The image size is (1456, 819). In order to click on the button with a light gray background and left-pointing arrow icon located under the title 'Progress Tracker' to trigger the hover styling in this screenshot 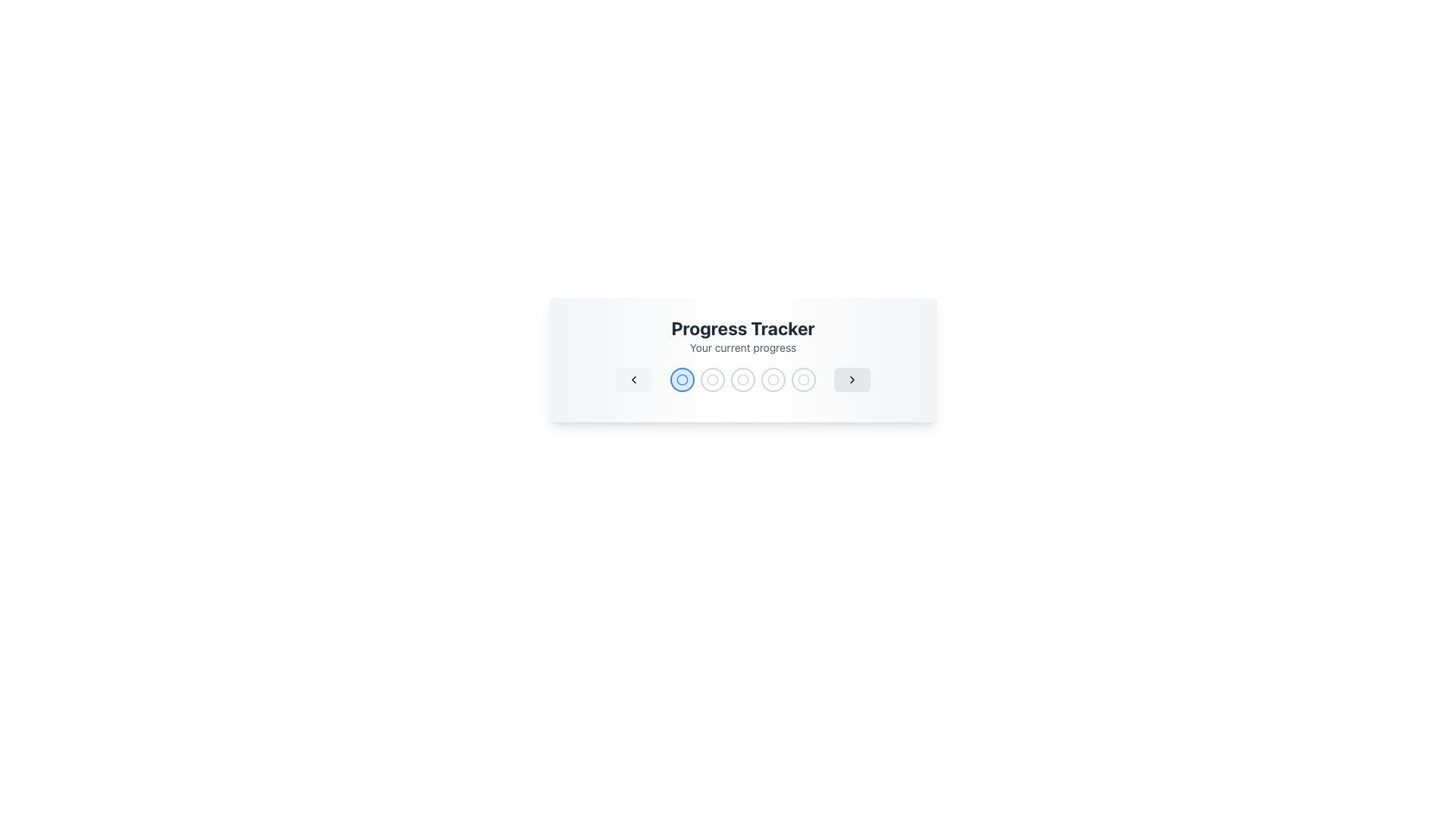, I will do `click(633, 379)`.